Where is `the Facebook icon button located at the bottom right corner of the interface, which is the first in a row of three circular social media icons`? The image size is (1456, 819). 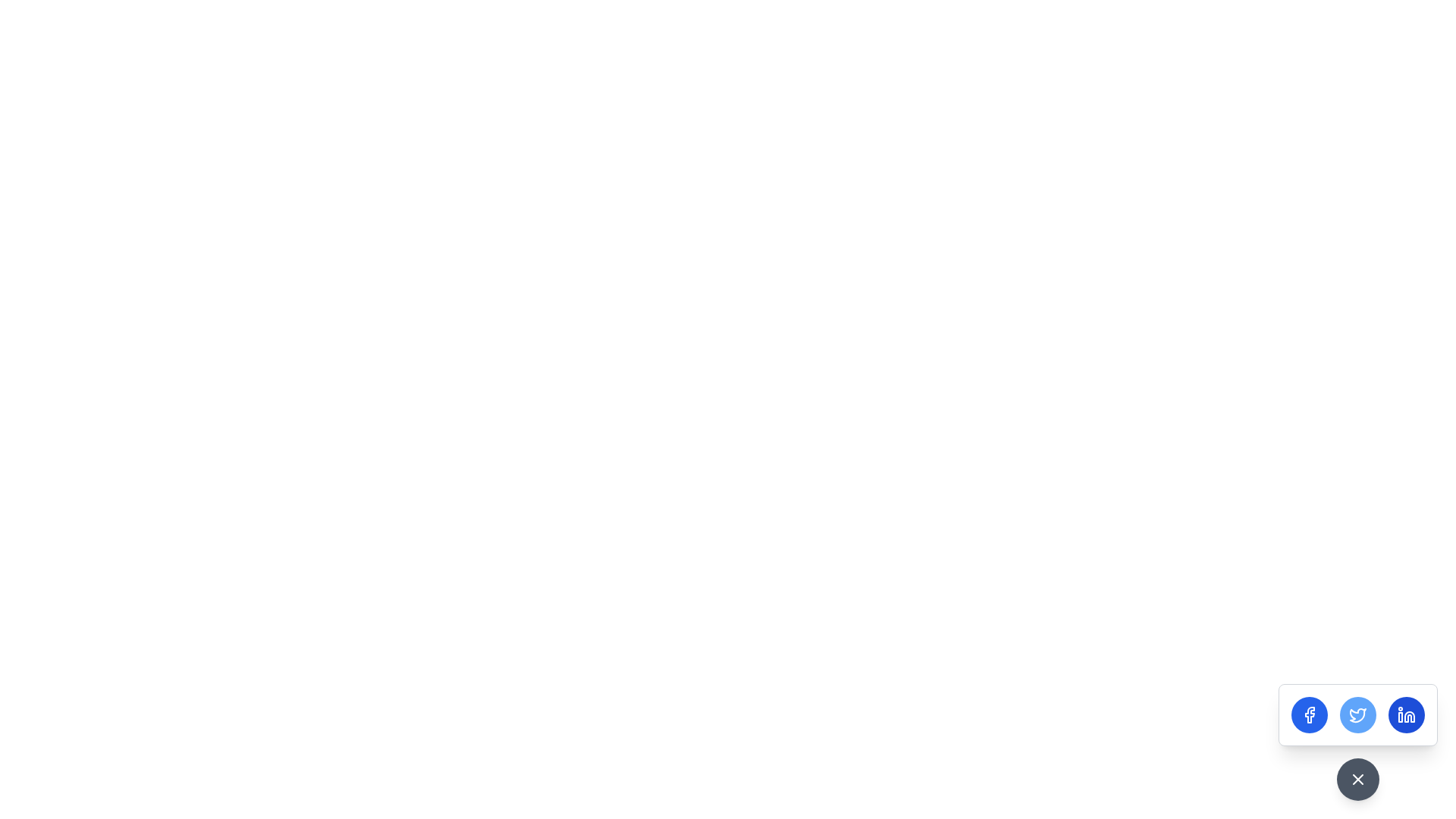 the Facebook icon button located at the bottom right corner of the interface, which is the first in a row of three circular social media icons is located at coordinates (1309, 714).